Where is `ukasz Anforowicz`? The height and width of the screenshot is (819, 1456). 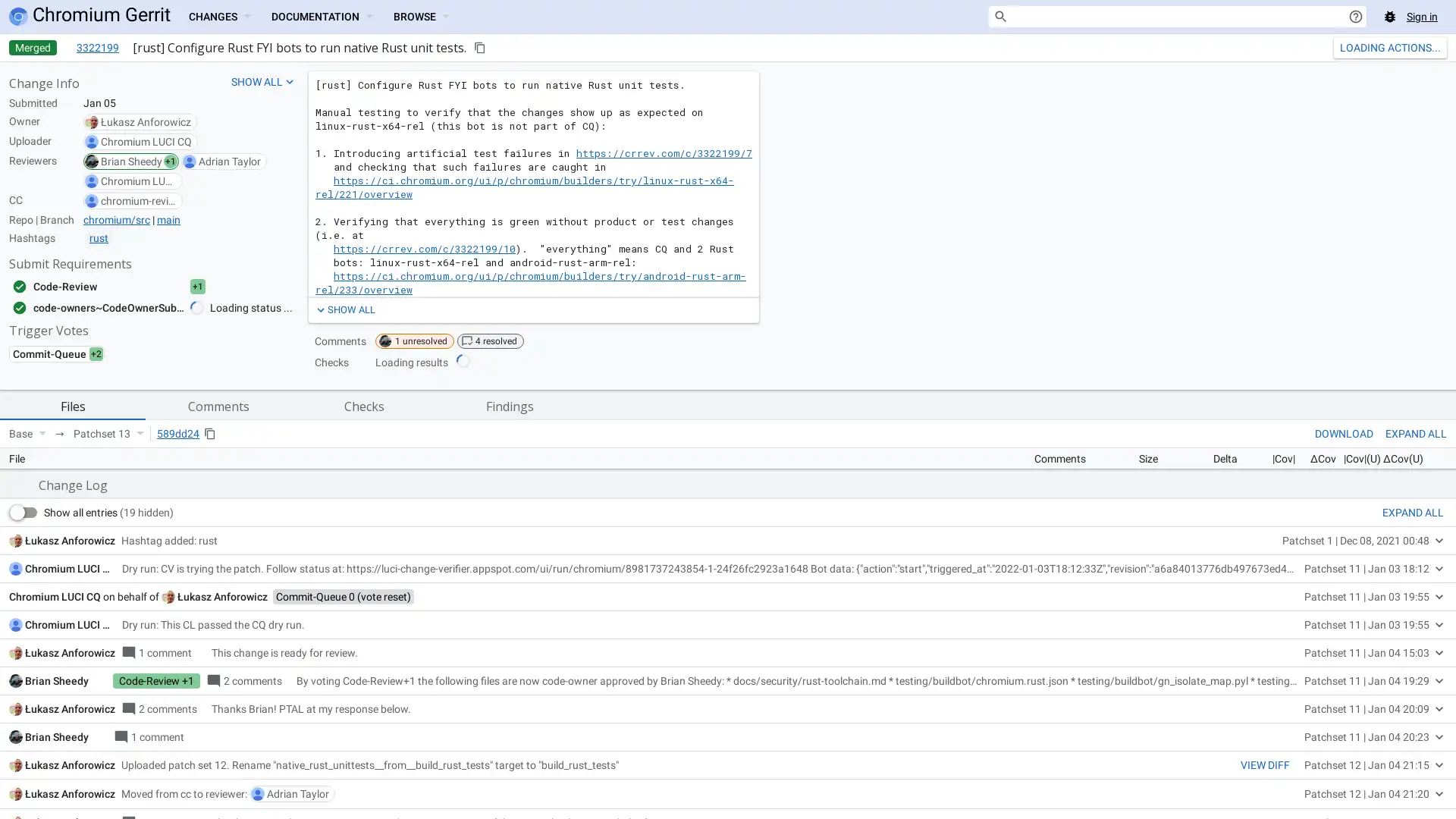
ukasz Anforowicz is located at coordinates (146, 121).